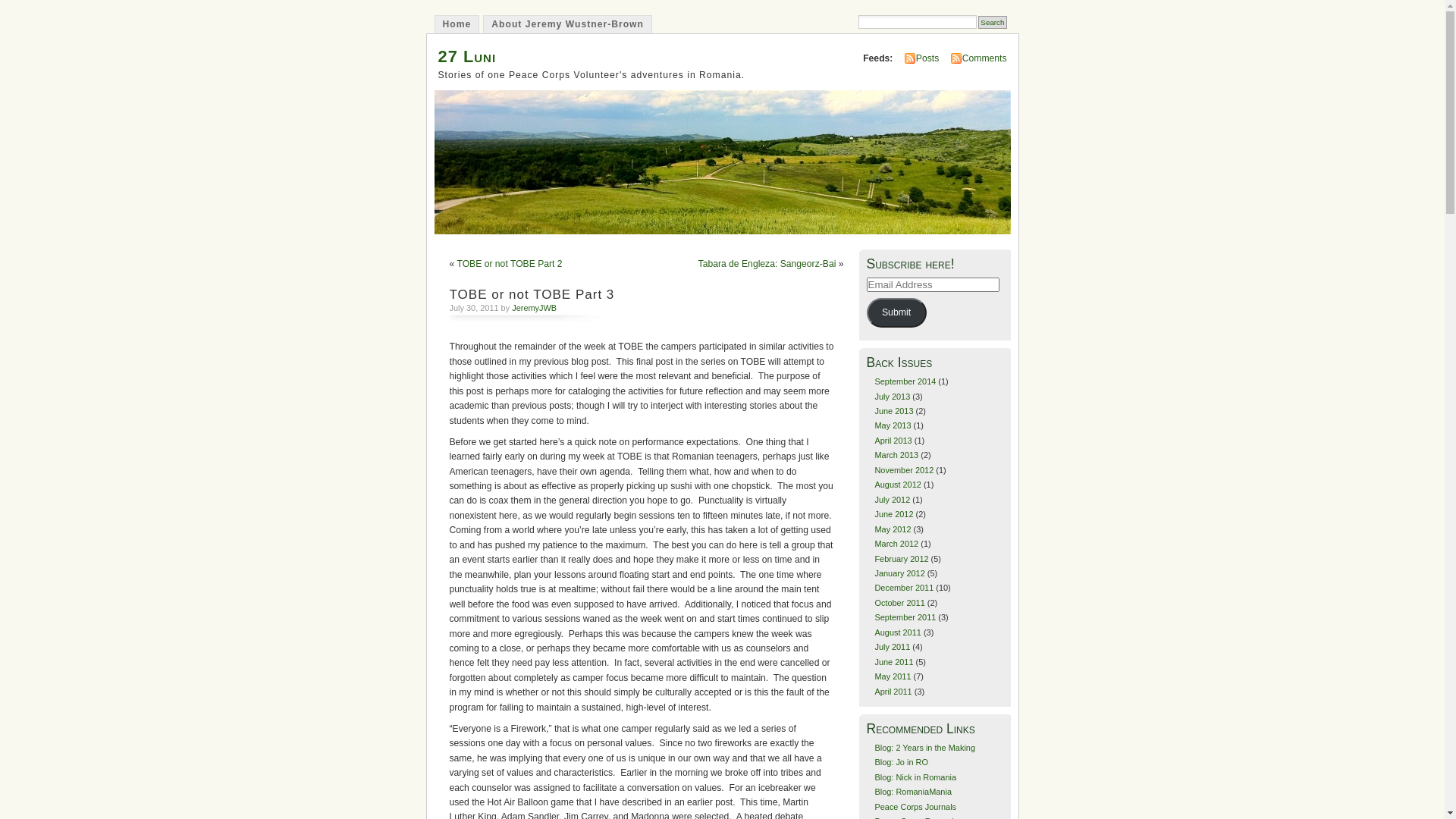 The height and width of the screenshot is (819, 1456). Describe the element at coordinates (455, 24) in the screenshot. I see `'Home'` at that location.